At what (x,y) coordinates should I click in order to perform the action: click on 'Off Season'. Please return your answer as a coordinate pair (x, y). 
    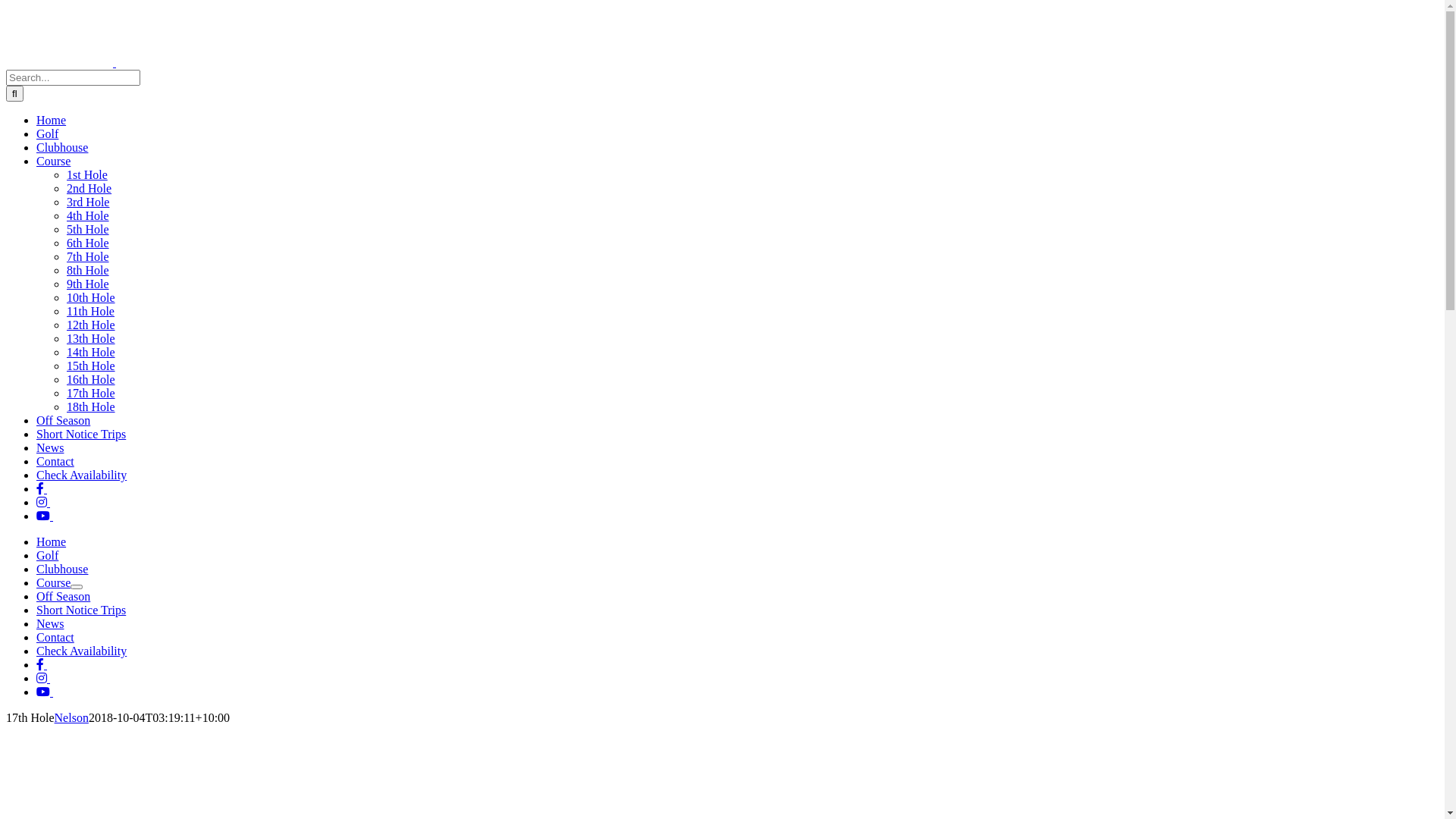
    Looking at the image, I should click on (62, 420).